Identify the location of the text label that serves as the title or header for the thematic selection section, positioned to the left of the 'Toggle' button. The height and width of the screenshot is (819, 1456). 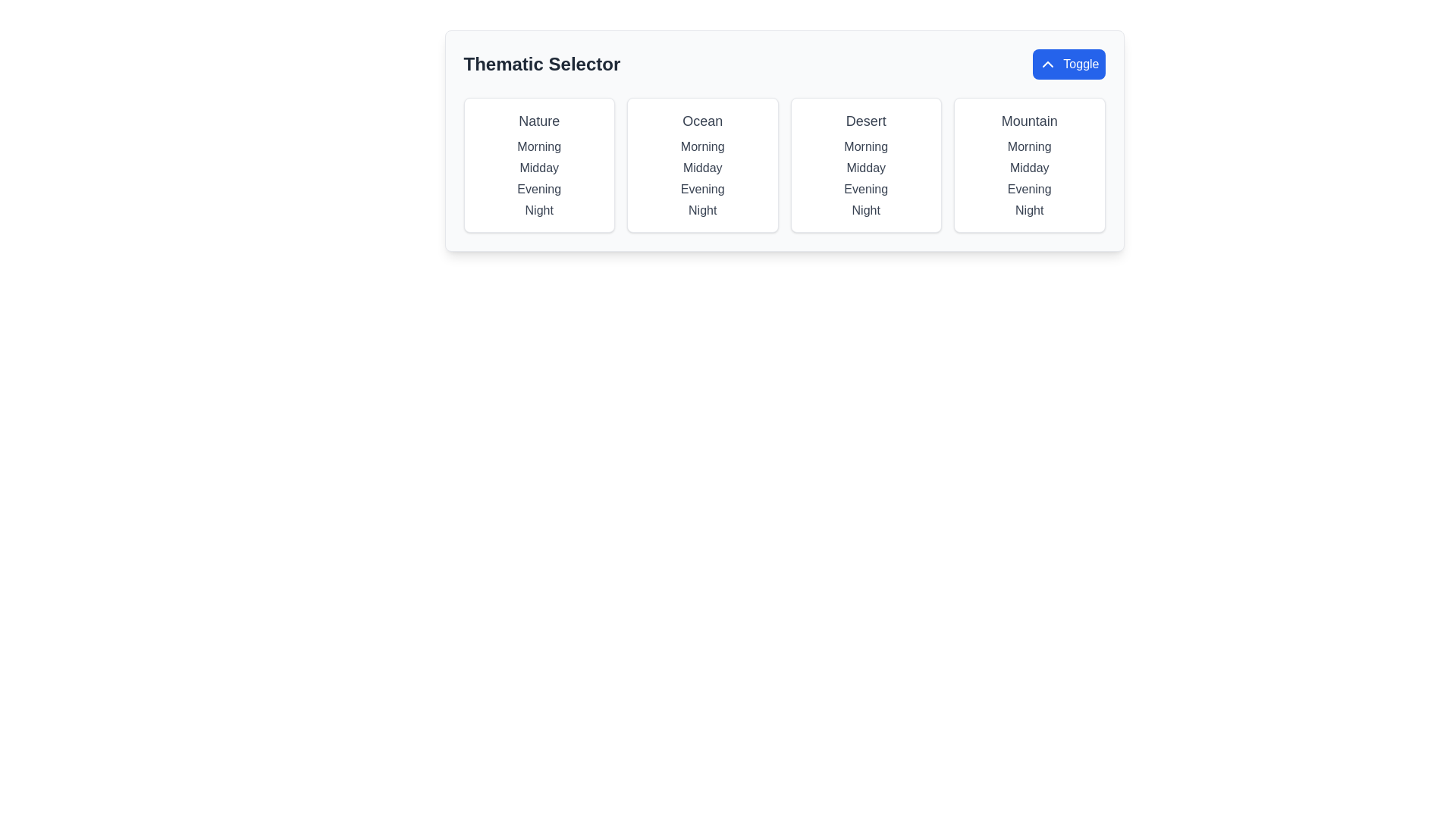
(541, 63).